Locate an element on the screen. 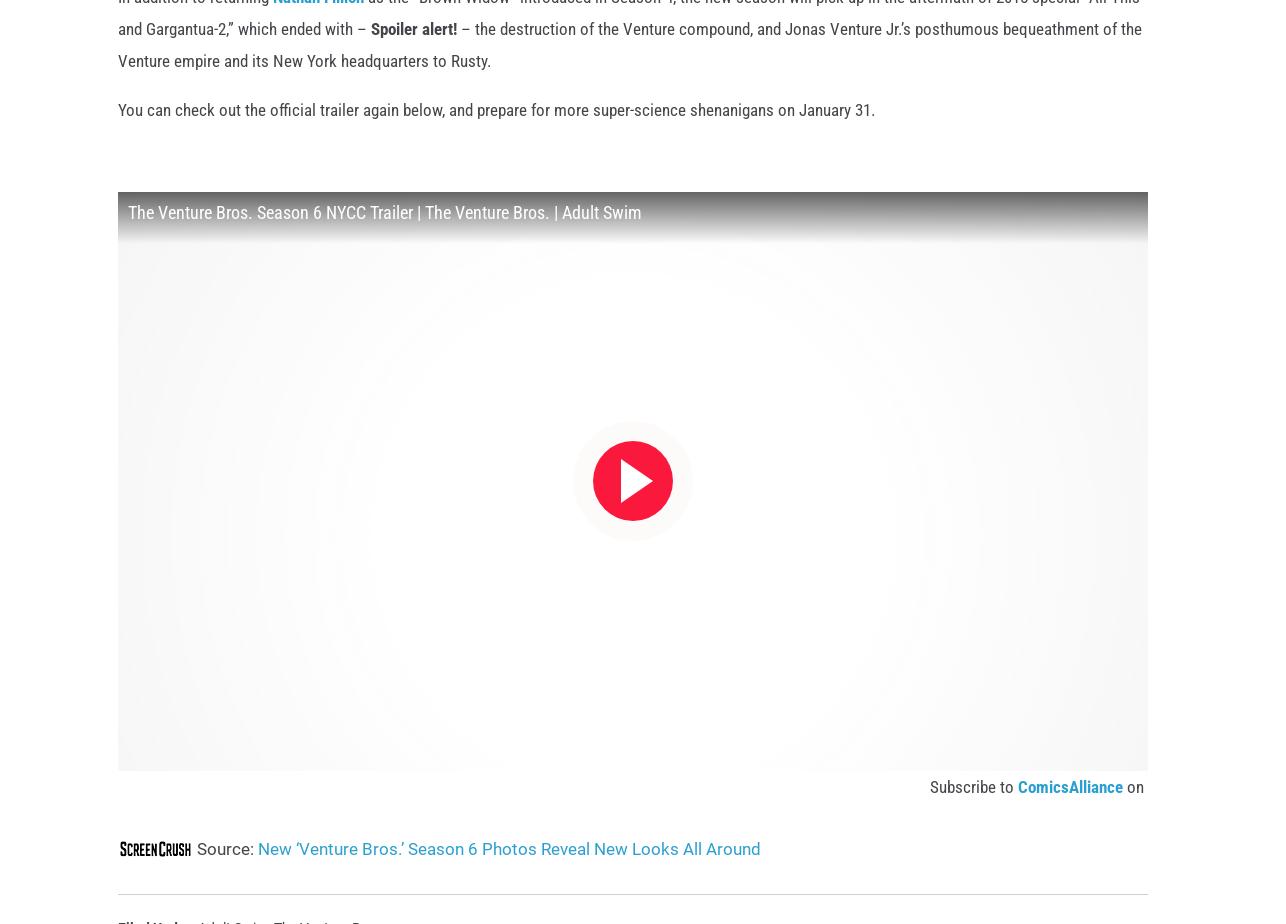 Image resolution: width=1286 pixels, height=924 pixels. 'on' is located at coordinates (1134, 819).